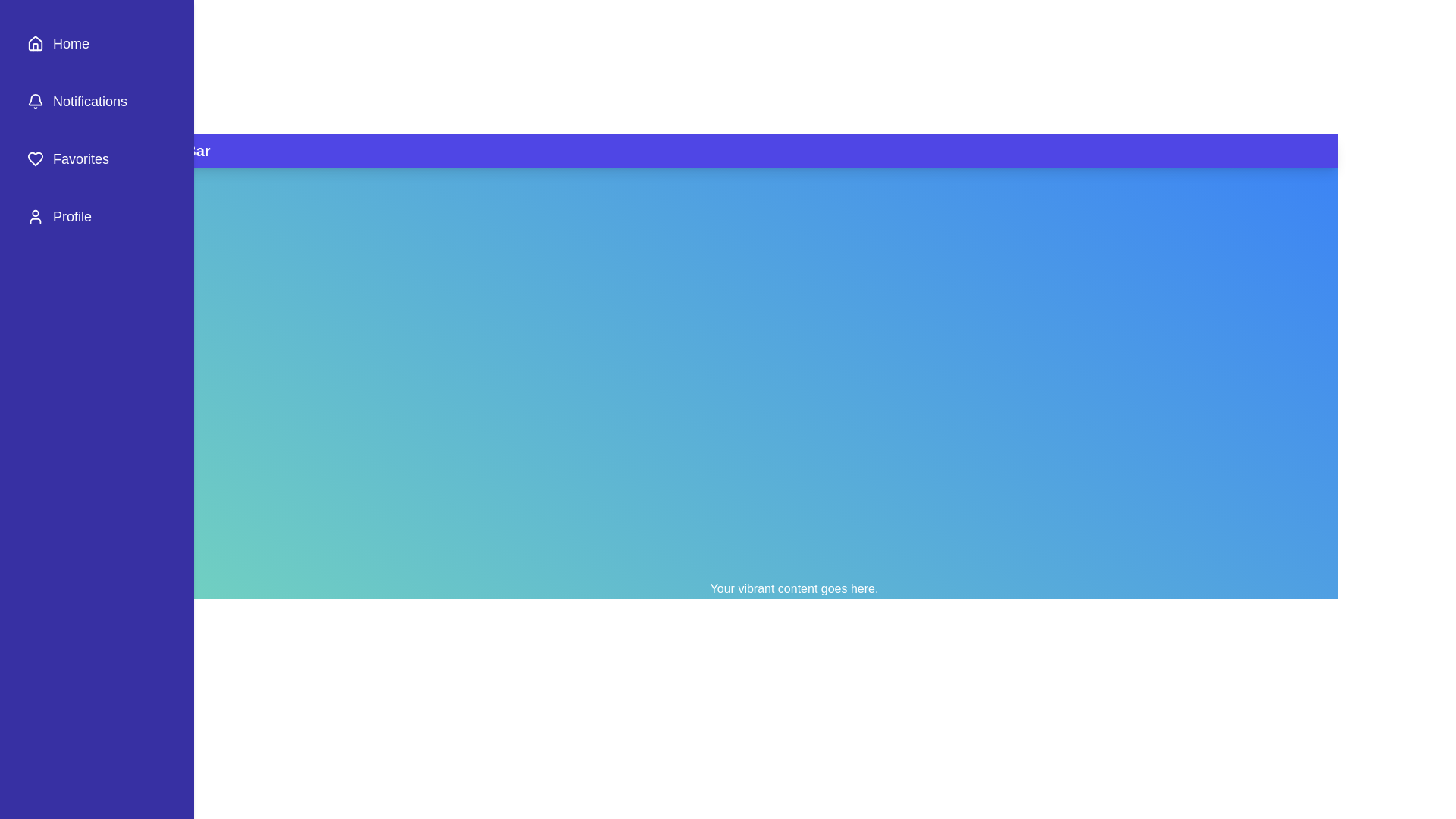 Image resolution: width=1456 pixels, height=819 pixels. Describe the element at coordinates (96, 42) in the screenshot. I see `the sidebar item Home to reveal its hover effect` at that location.